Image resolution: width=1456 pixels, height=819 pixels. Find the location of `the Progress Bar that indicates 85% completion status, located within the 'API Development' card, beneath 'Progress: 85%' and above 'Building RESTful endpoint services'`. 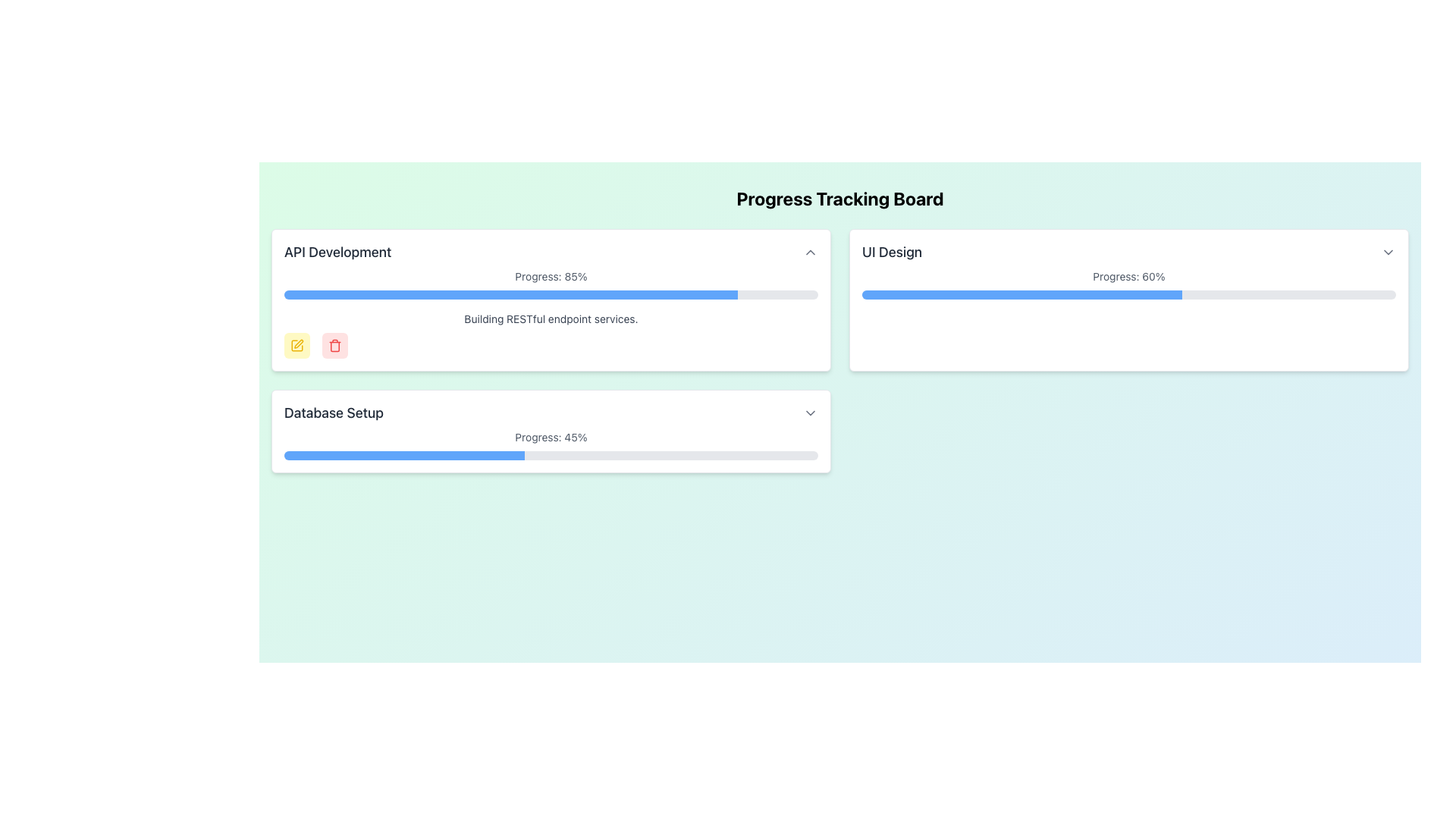

the Progress Bar that indicates 85% completion status, located within the 'API Development' card, beneath 'Progress: 85%' and above 'Building RESTful endpoint services' is located at coordinates (550, 295).